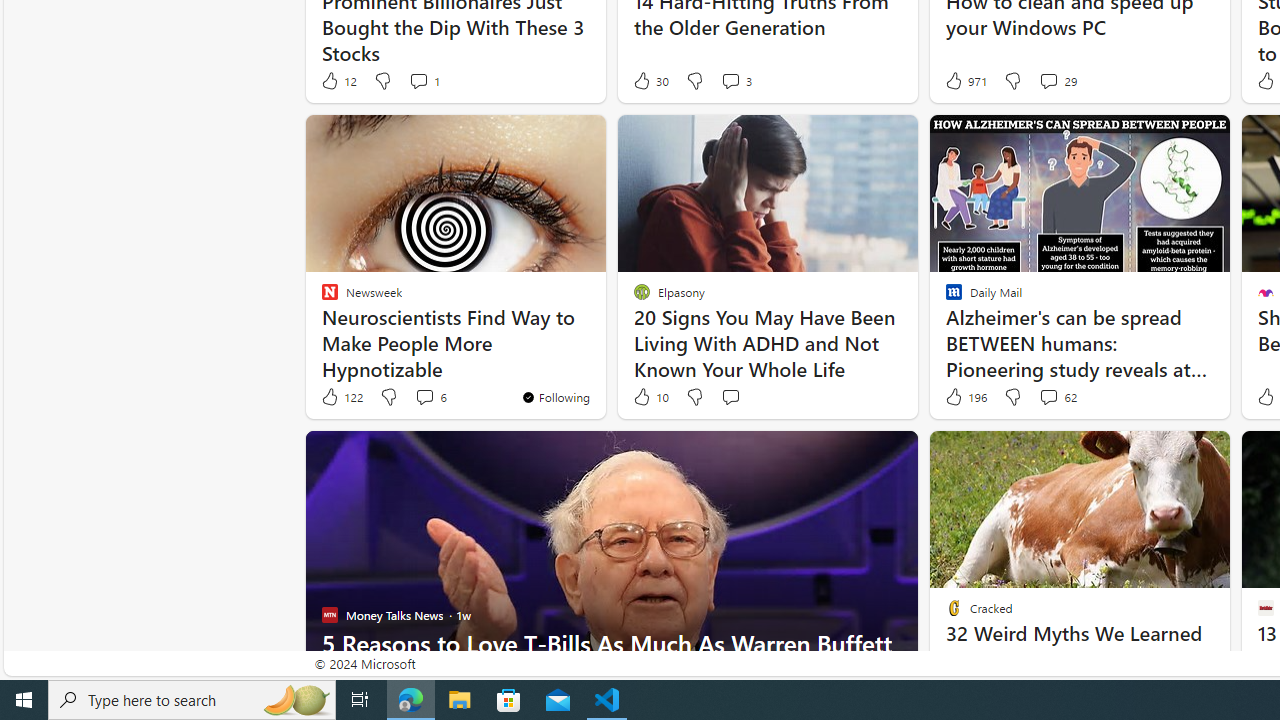  Describe the element at coordinates (337, 80) in the screenshot. I see `'12 Like'` at that location.